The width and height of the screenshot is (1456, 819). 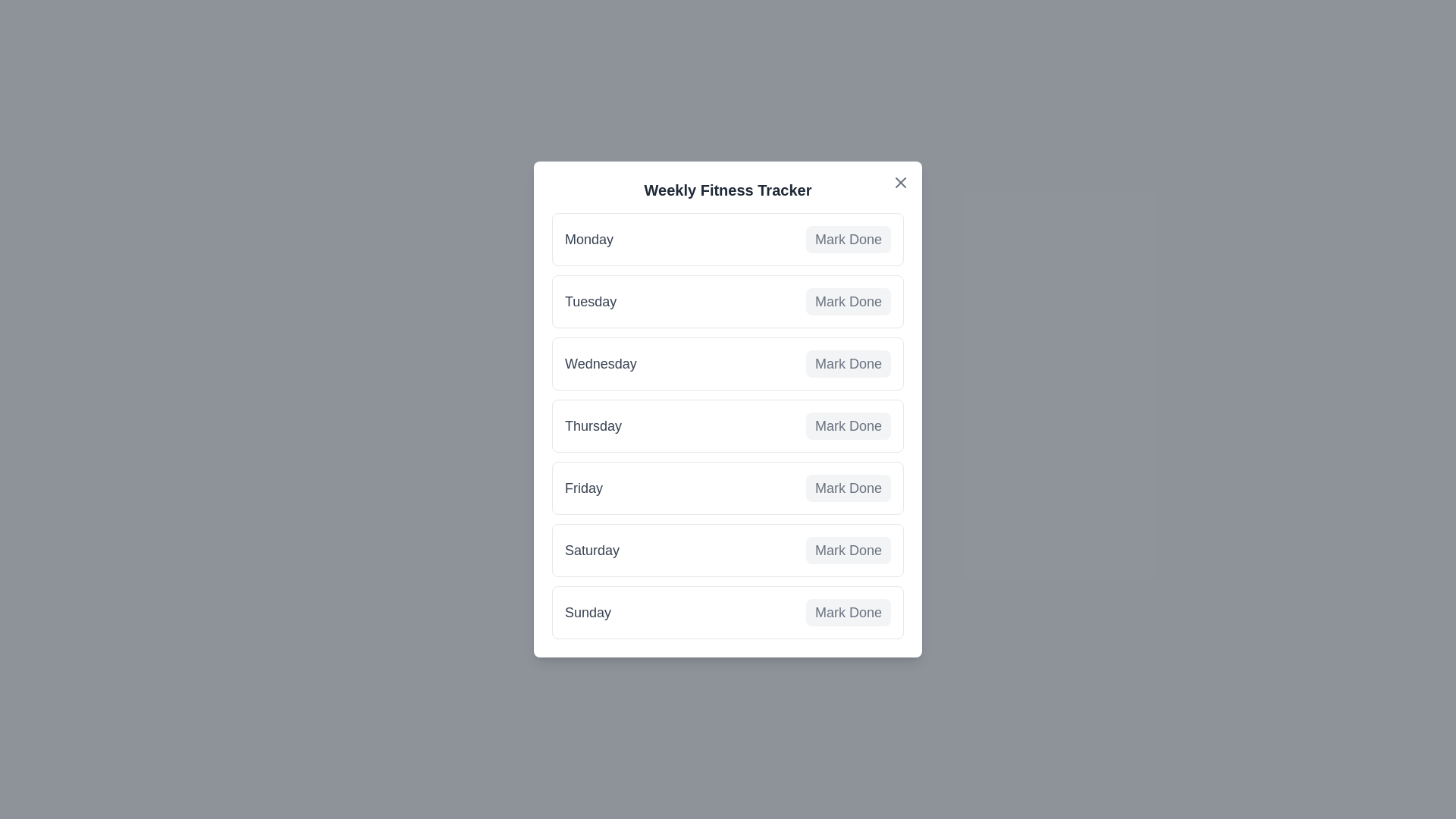 I want to click on 'Mark Done' button for Thursday, so click(x=847, y=426).